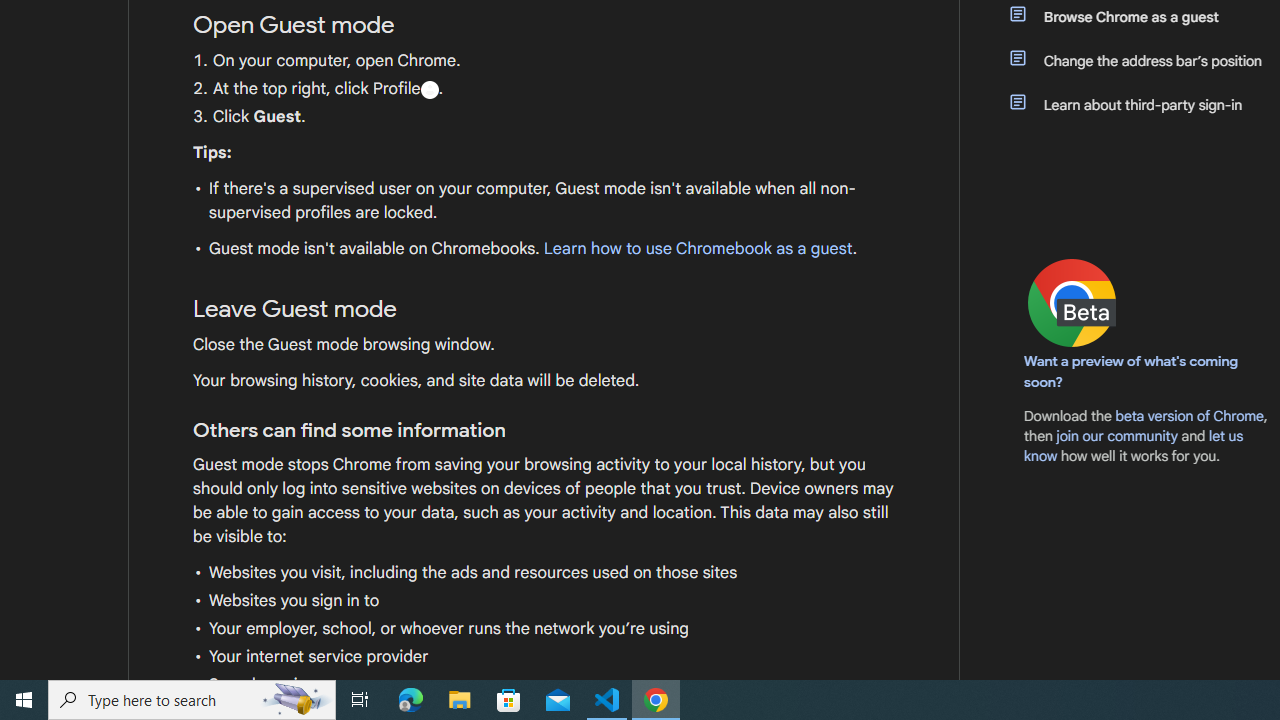 This screenshot has height=720, width=1280. I want to click on 'join our community', so click(1115, 434).